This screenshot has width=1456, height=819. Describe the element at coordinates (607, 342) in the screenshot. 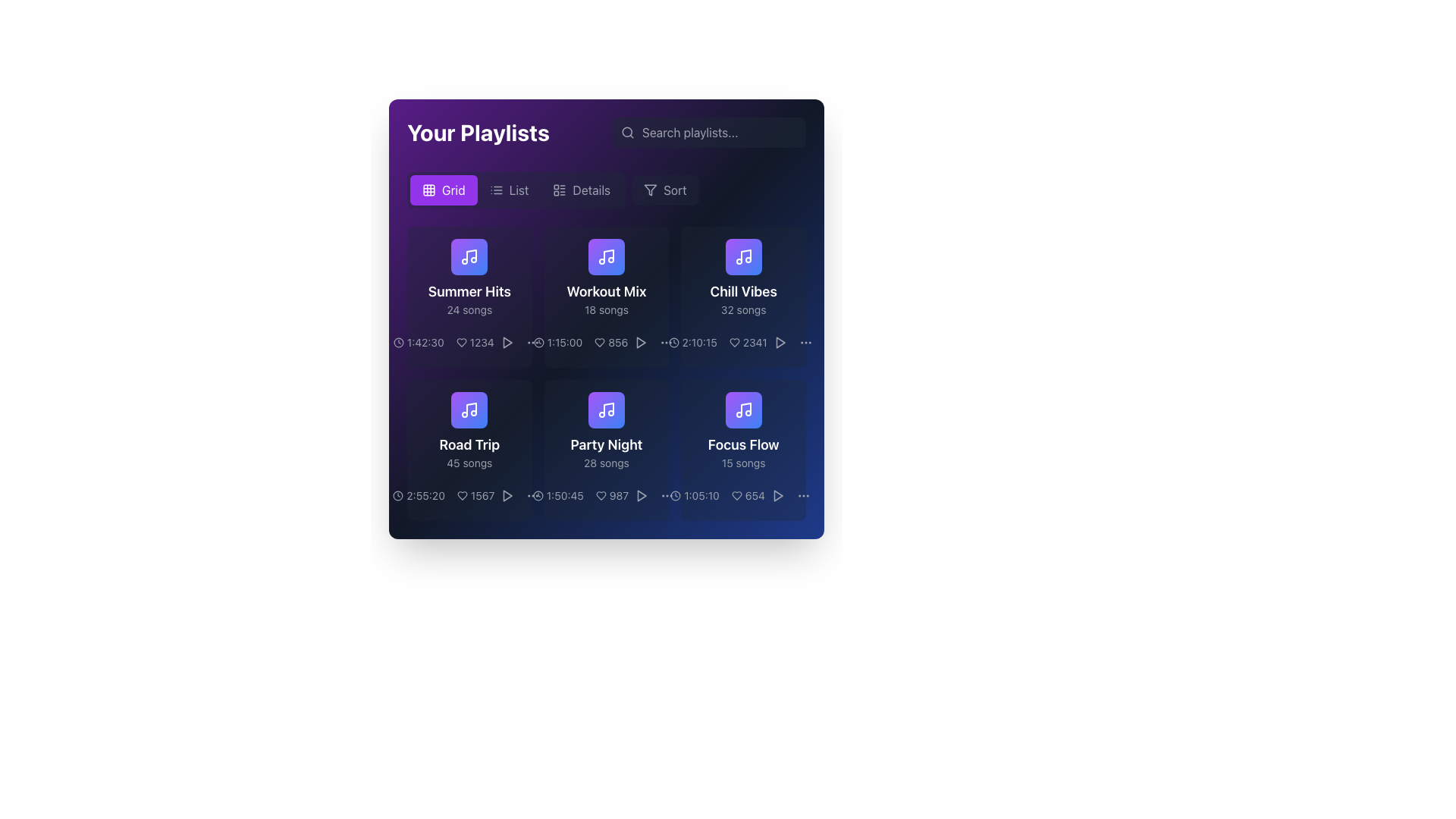

I see `like count displayed in the gray heart icon next to the 'Workout Mix' playlist, which shows '856'` at that location.